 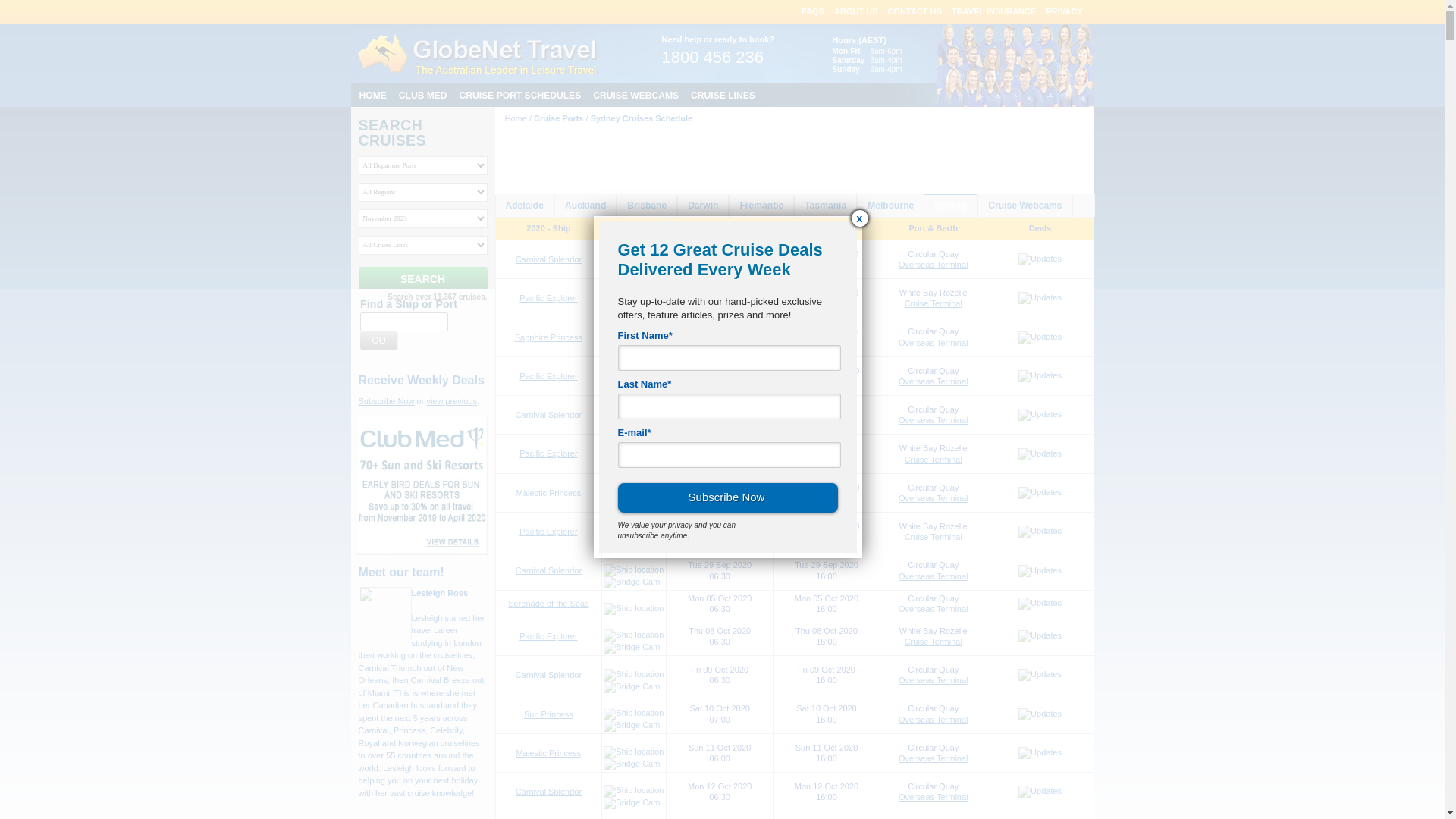 I want to click on 'CRUISE PORT SCHEDULES', so click(x=520, y=95).